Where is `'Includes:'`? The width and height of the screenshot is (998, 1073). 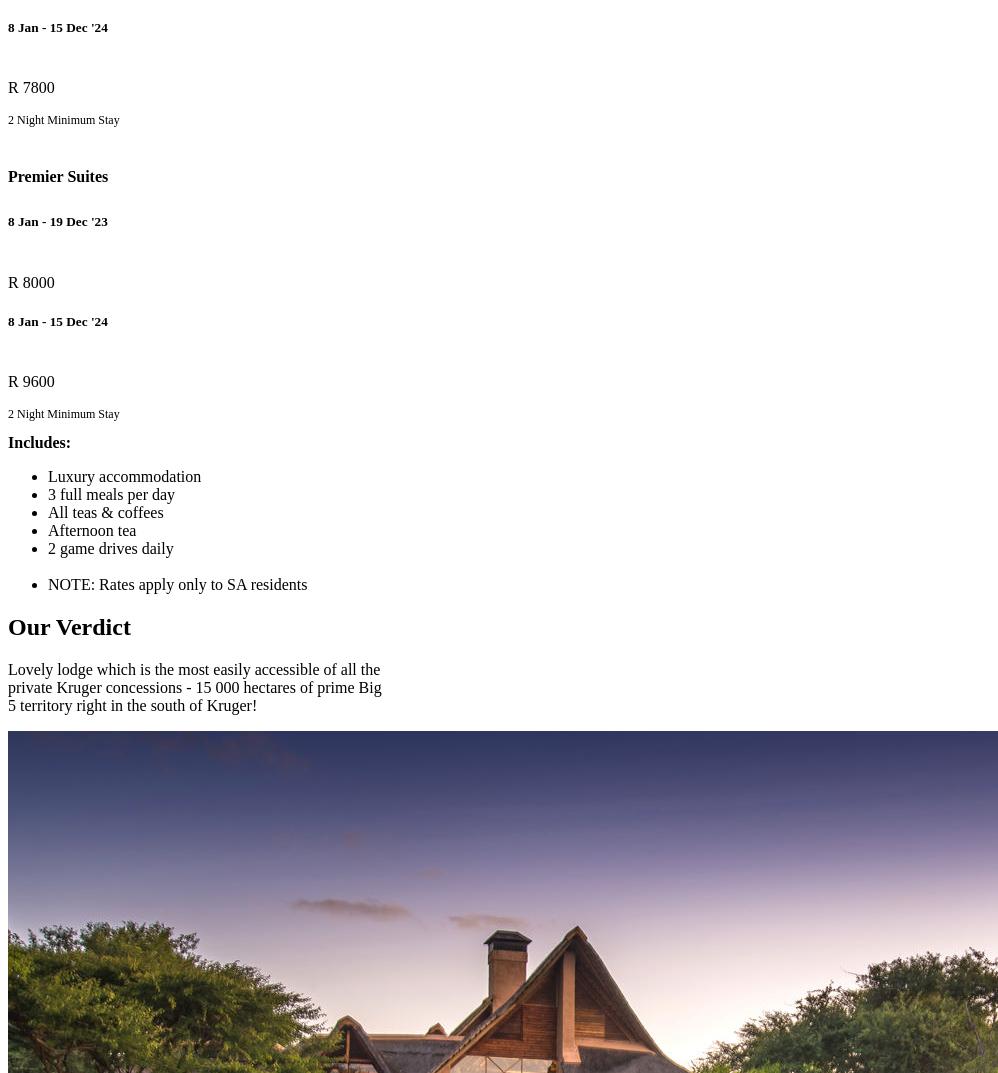 'Includes:' is located at coordinates (39, 441).